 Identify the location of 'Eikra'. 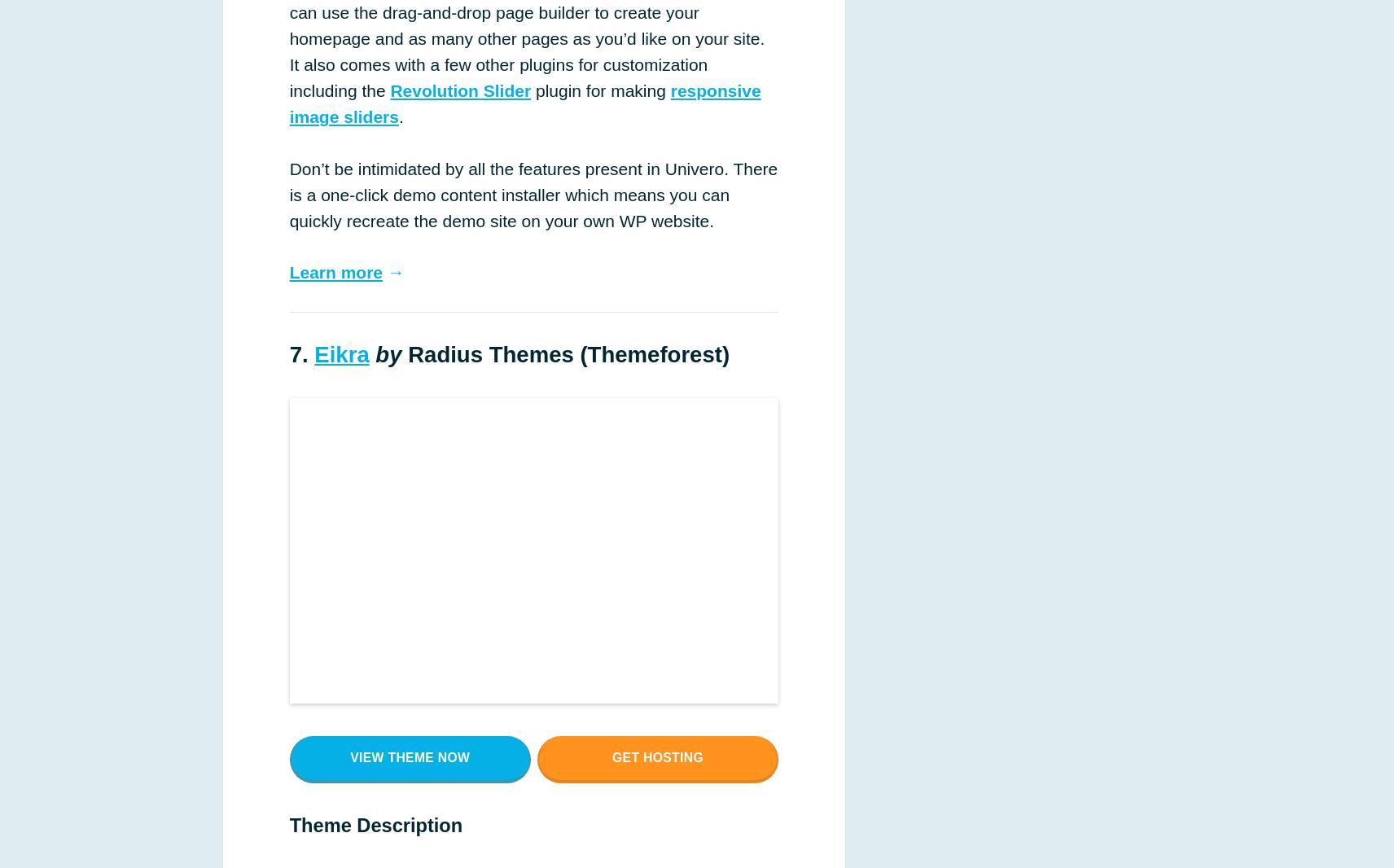
(314, 354).